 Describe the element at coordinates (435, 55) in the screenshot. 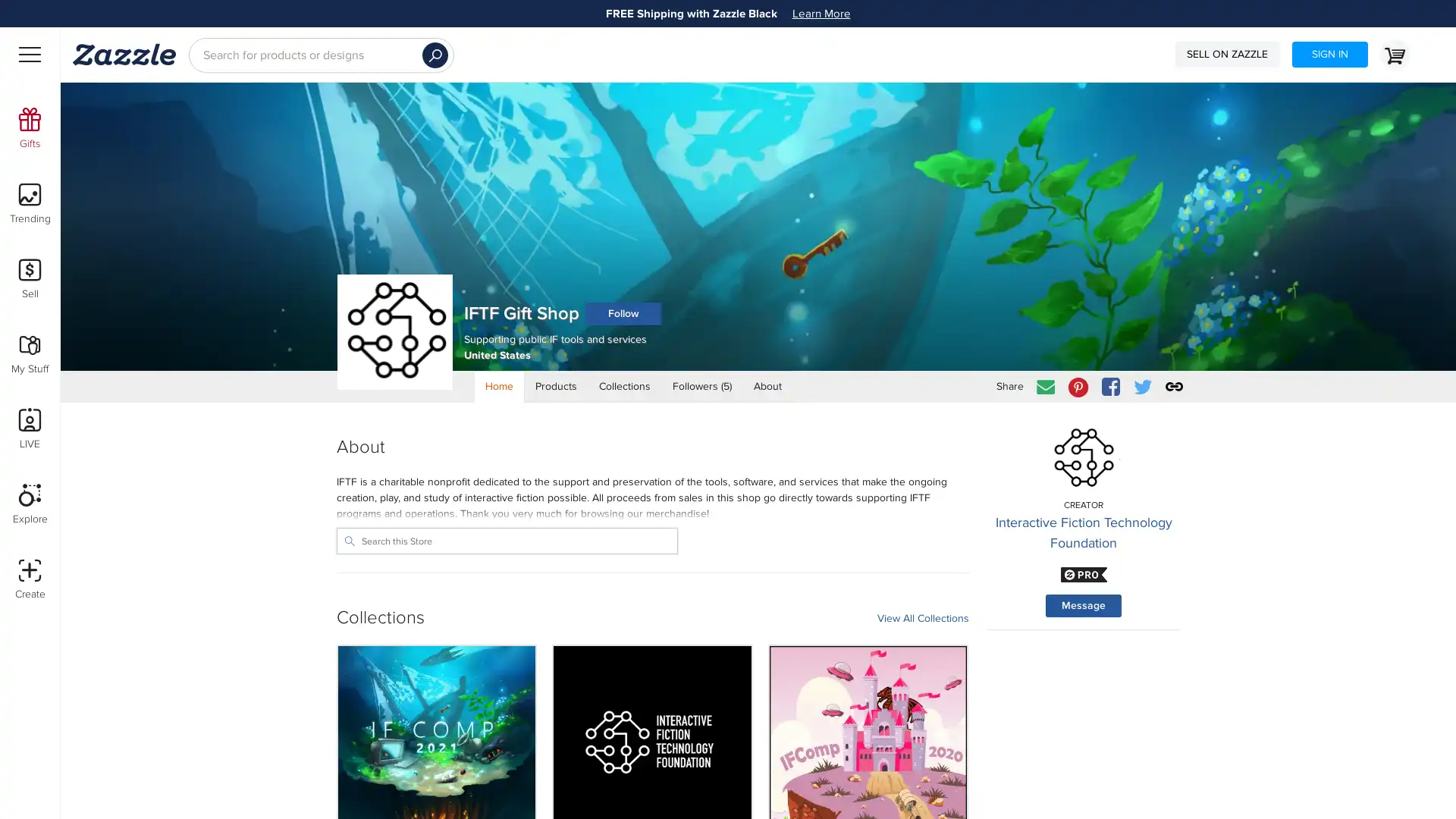

I see `A Search` at that location.